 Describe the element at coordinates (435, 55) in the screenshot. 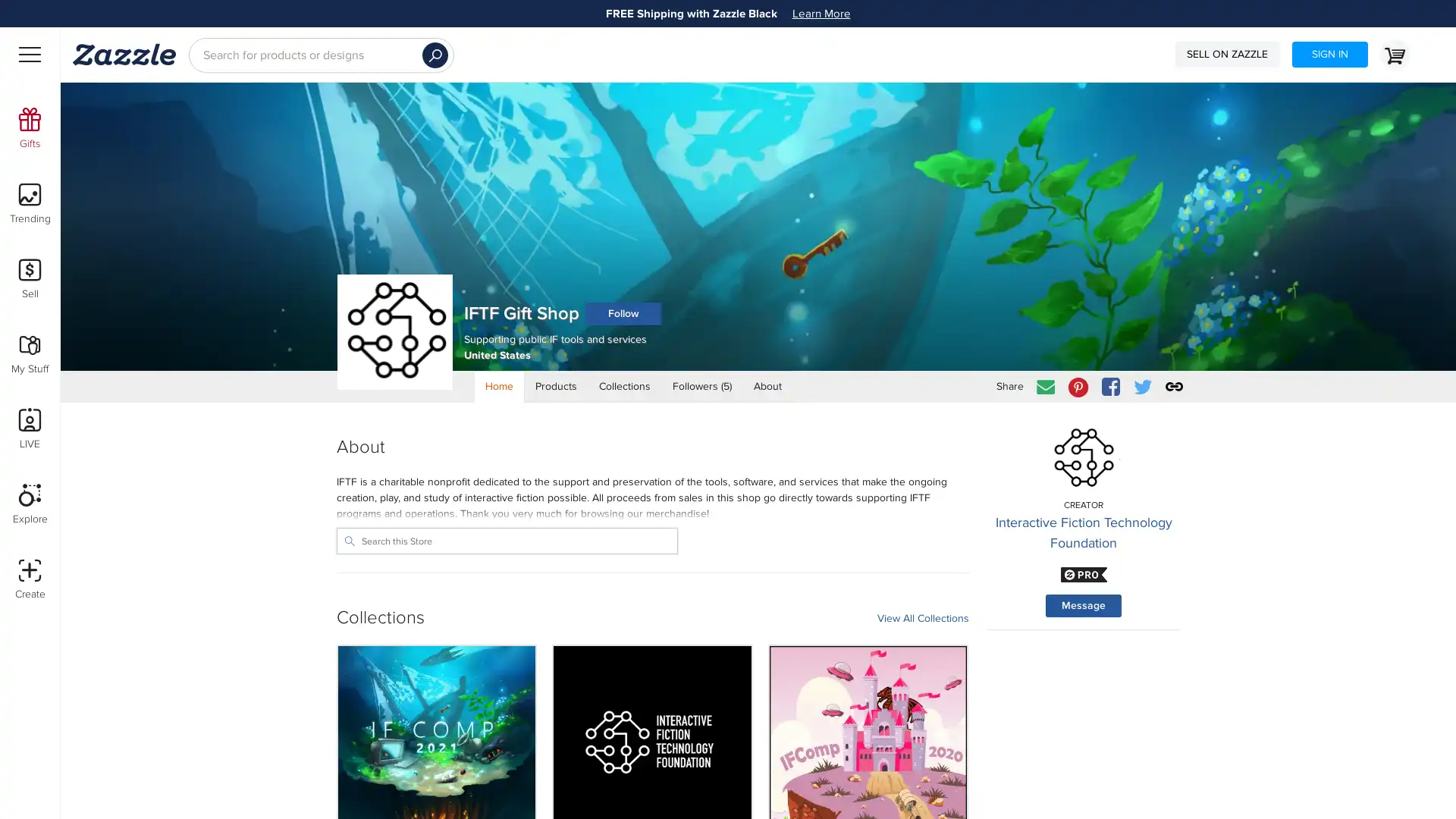

I see `A Search` at that location.